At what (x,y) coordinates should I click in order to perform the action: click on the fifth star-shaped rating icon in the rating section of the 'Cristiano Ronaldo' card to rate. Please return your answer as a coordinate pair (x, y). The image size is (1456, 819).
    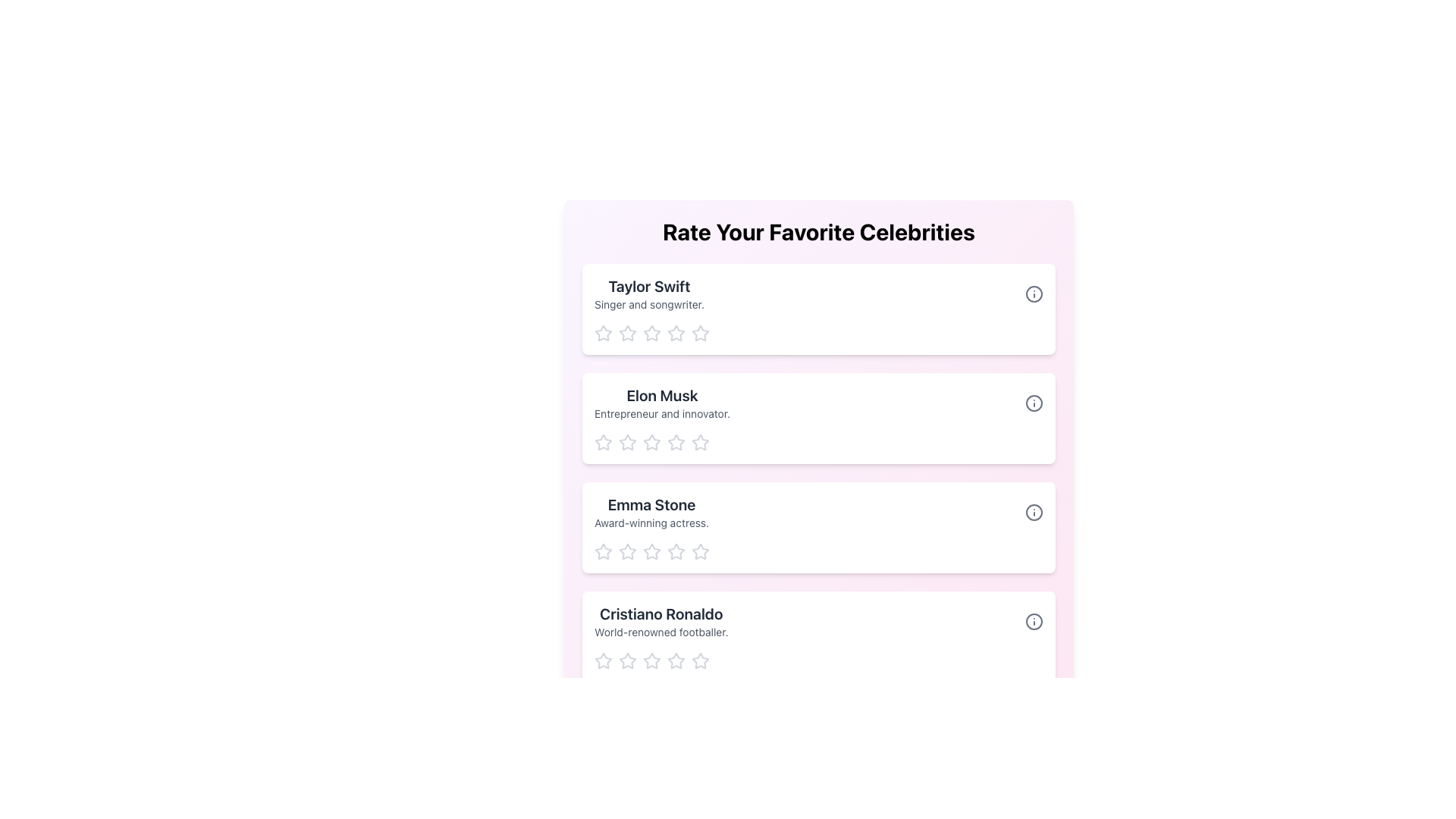
    Looking at the image, I should click on (700, 660).